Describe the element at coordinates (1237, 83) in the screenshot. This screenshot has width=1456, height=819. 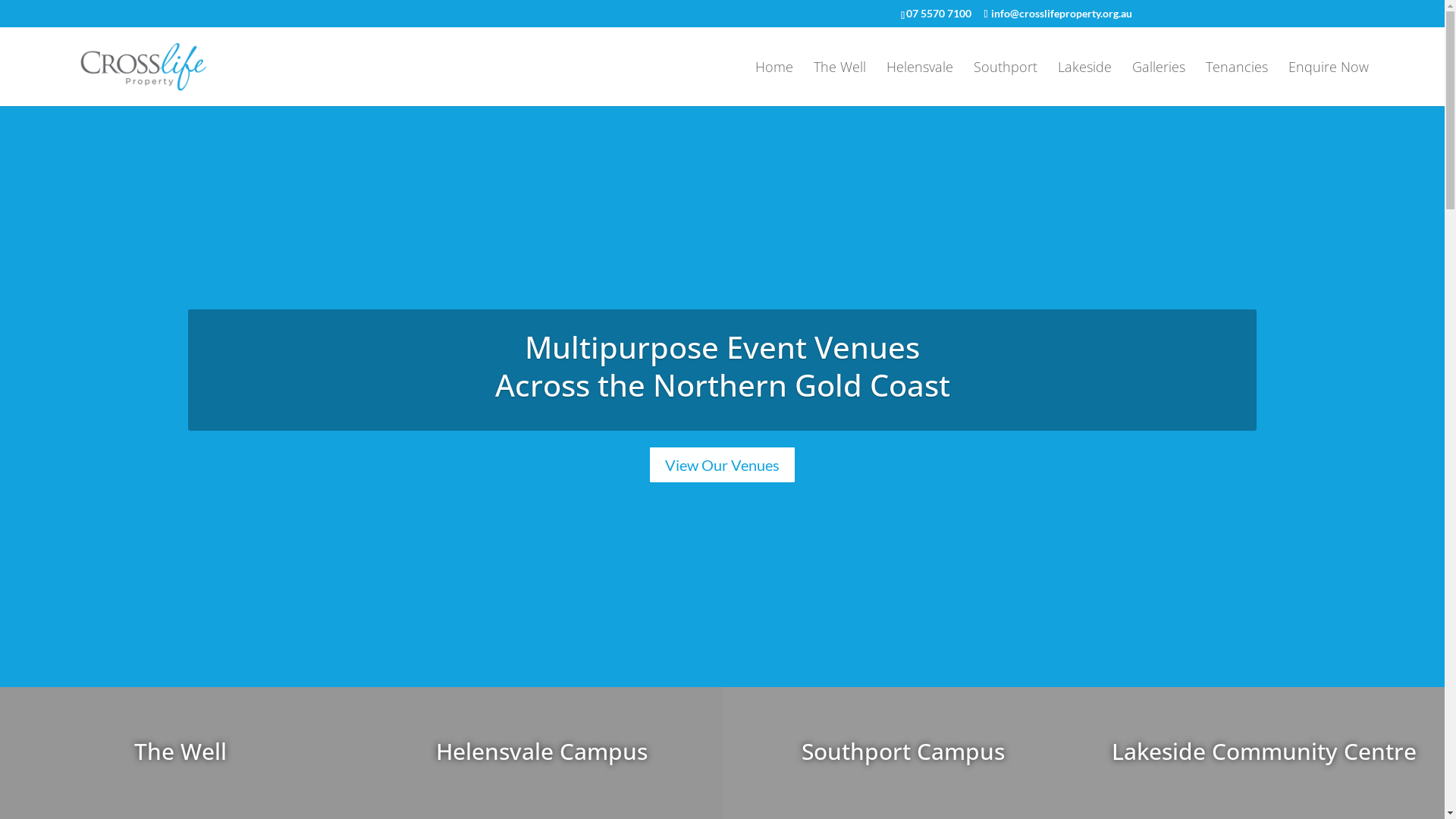
I see `'Tenancies'` at that location.